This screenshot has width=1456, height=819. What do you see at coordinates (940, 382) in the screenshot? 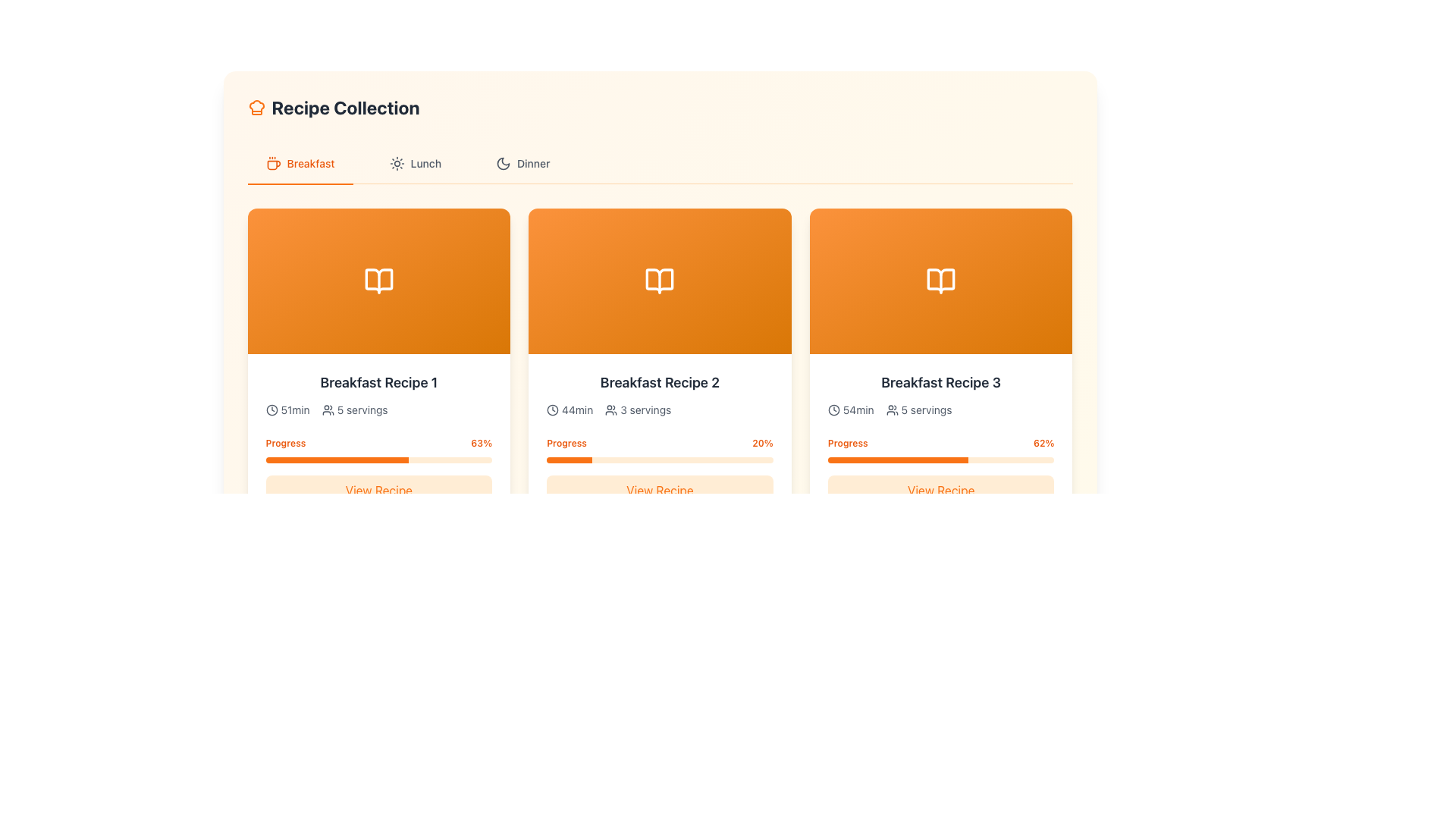
I see `the text element displaying 'Breakfast Recipe 3', which is a prominent heading in a large, bold, gray font, positioned below the orange header of the recipe card` at bounding box center [940, 382].